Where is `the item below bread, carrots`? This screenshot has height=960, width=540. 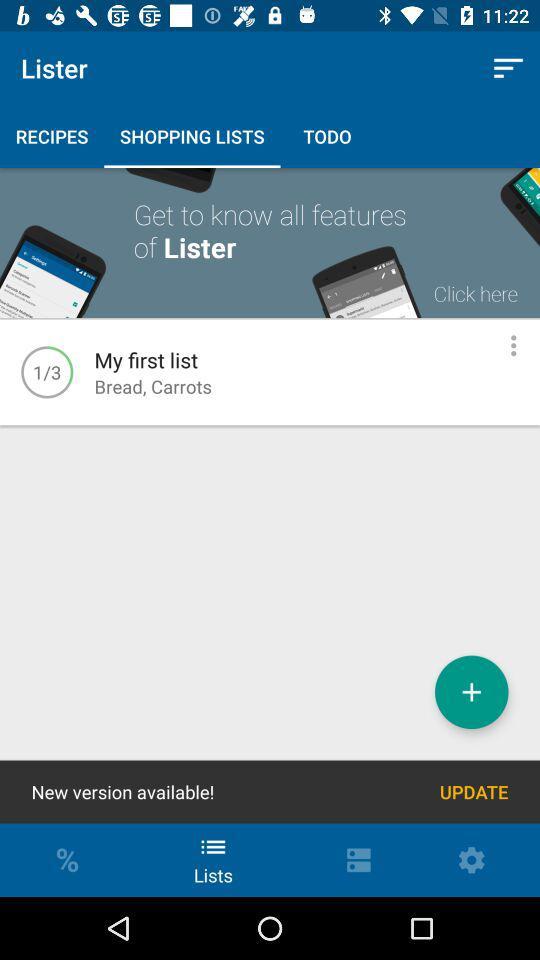
the item below bread, carrots is located at coordinates (471, 692).